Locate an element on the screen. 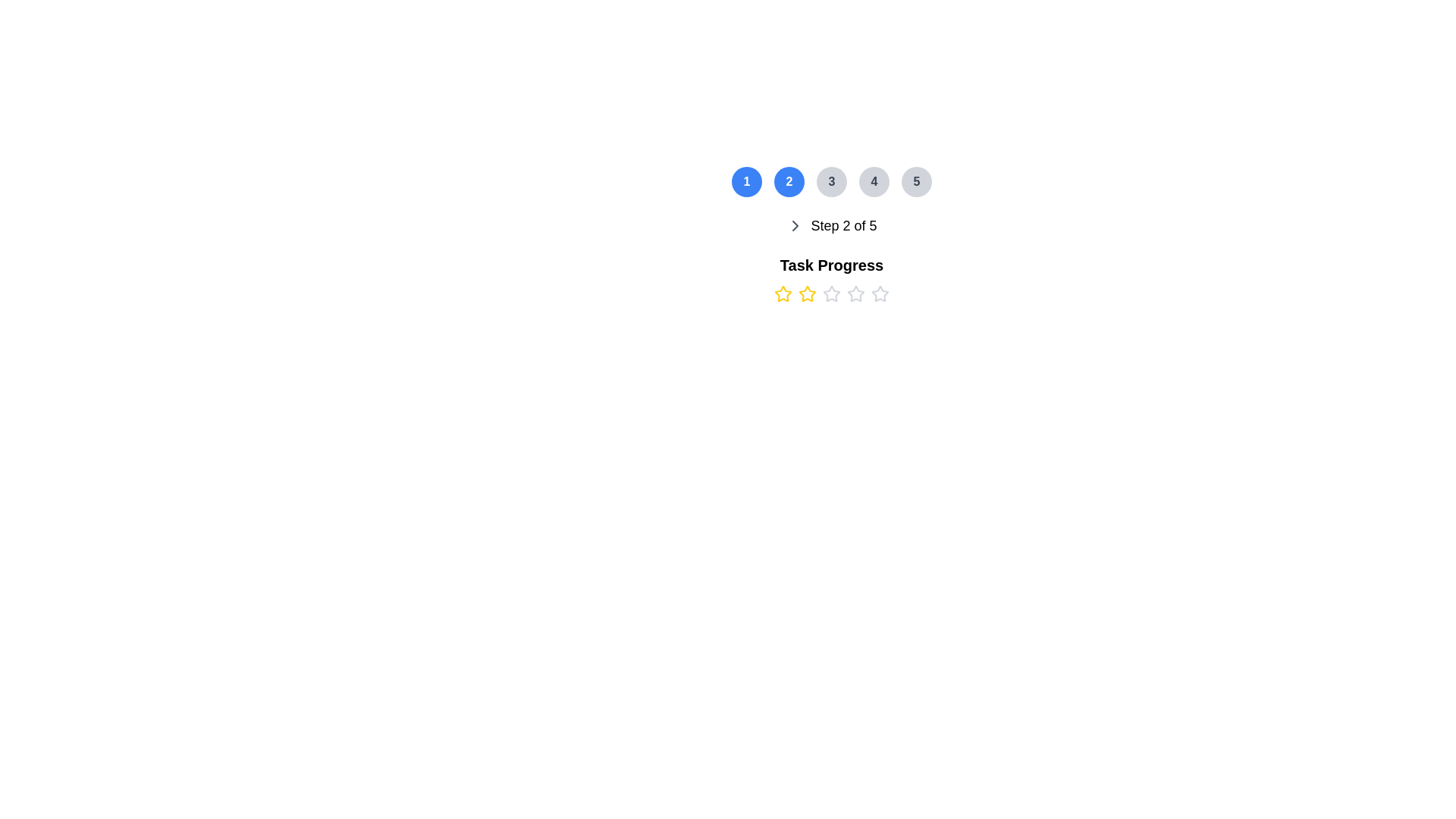 The width and height of the screenshot is (1456, 819). the first circular button, which has a blue background and displays the number '1', to navigate steps is located at coordinates (746, 180).